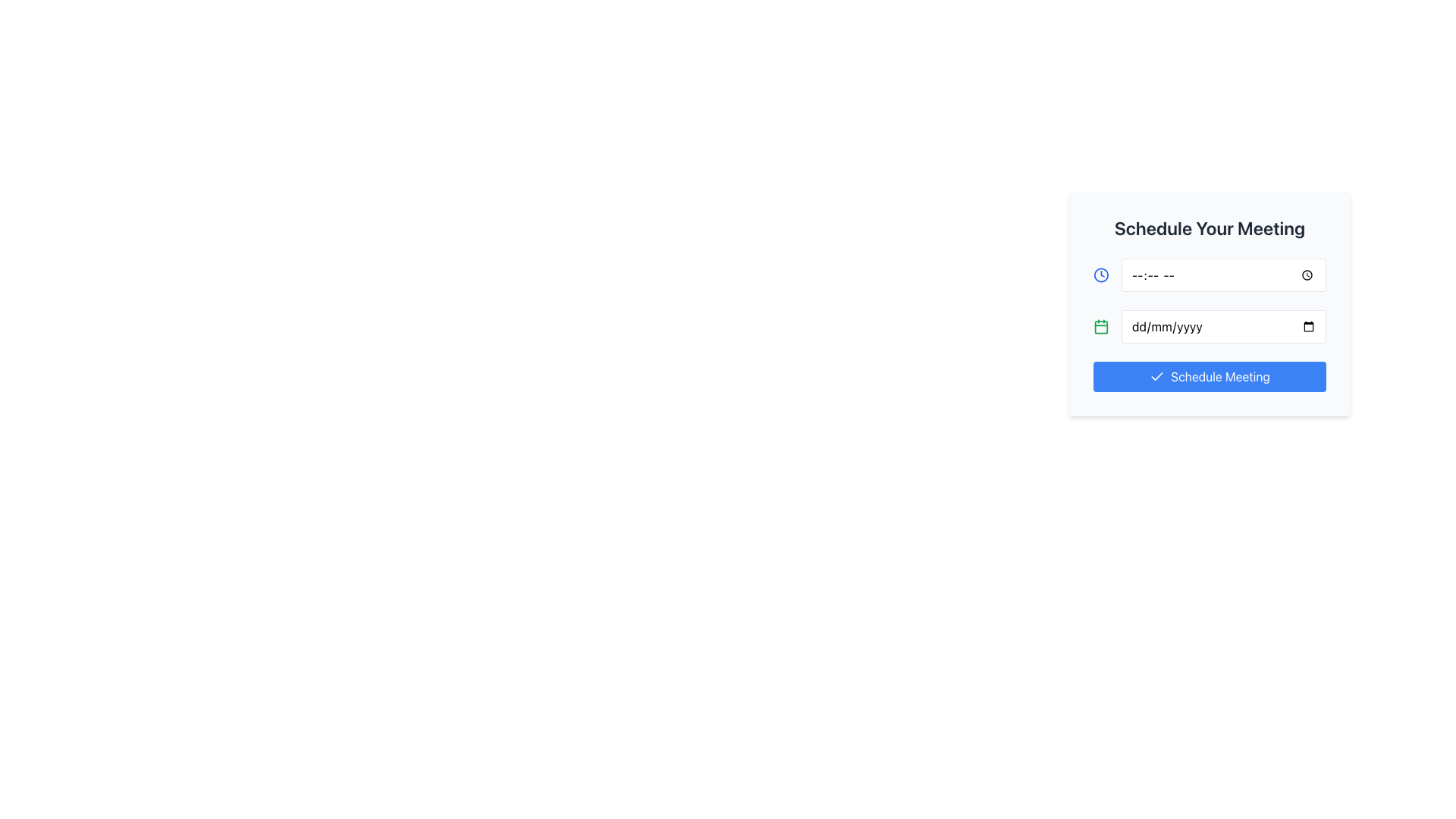 The image size is (1456, 819). What do you see at coordinates (1101, 326) in the screenshot?
I see `the decorative rectangle with a green border that is part of the calendar icon, located near the beginning of the date input field in the meeting scheduling interface` at bounding box center [1101, 326].